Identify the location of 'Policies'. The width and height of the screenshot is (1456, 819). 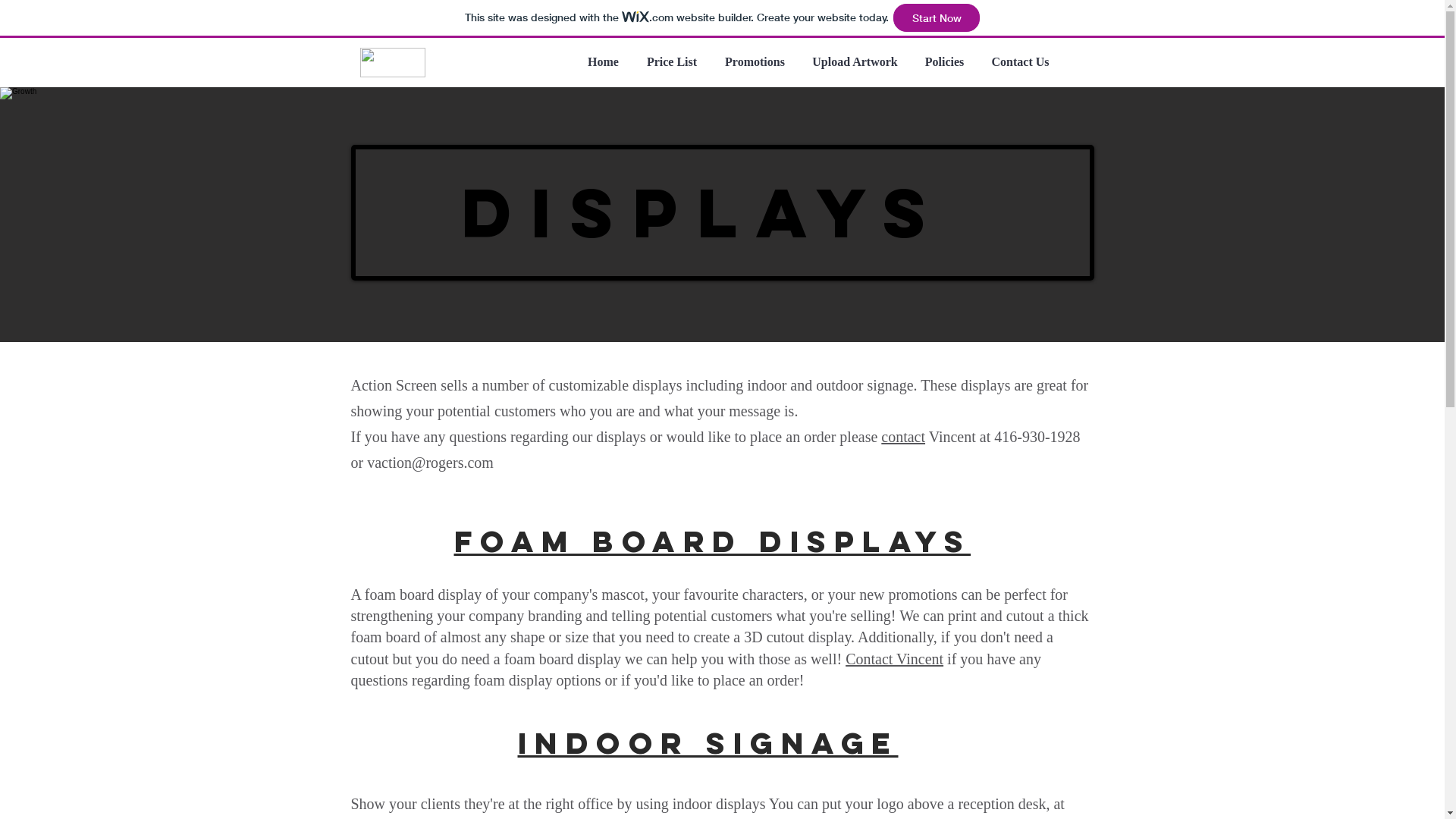
(944, 61).